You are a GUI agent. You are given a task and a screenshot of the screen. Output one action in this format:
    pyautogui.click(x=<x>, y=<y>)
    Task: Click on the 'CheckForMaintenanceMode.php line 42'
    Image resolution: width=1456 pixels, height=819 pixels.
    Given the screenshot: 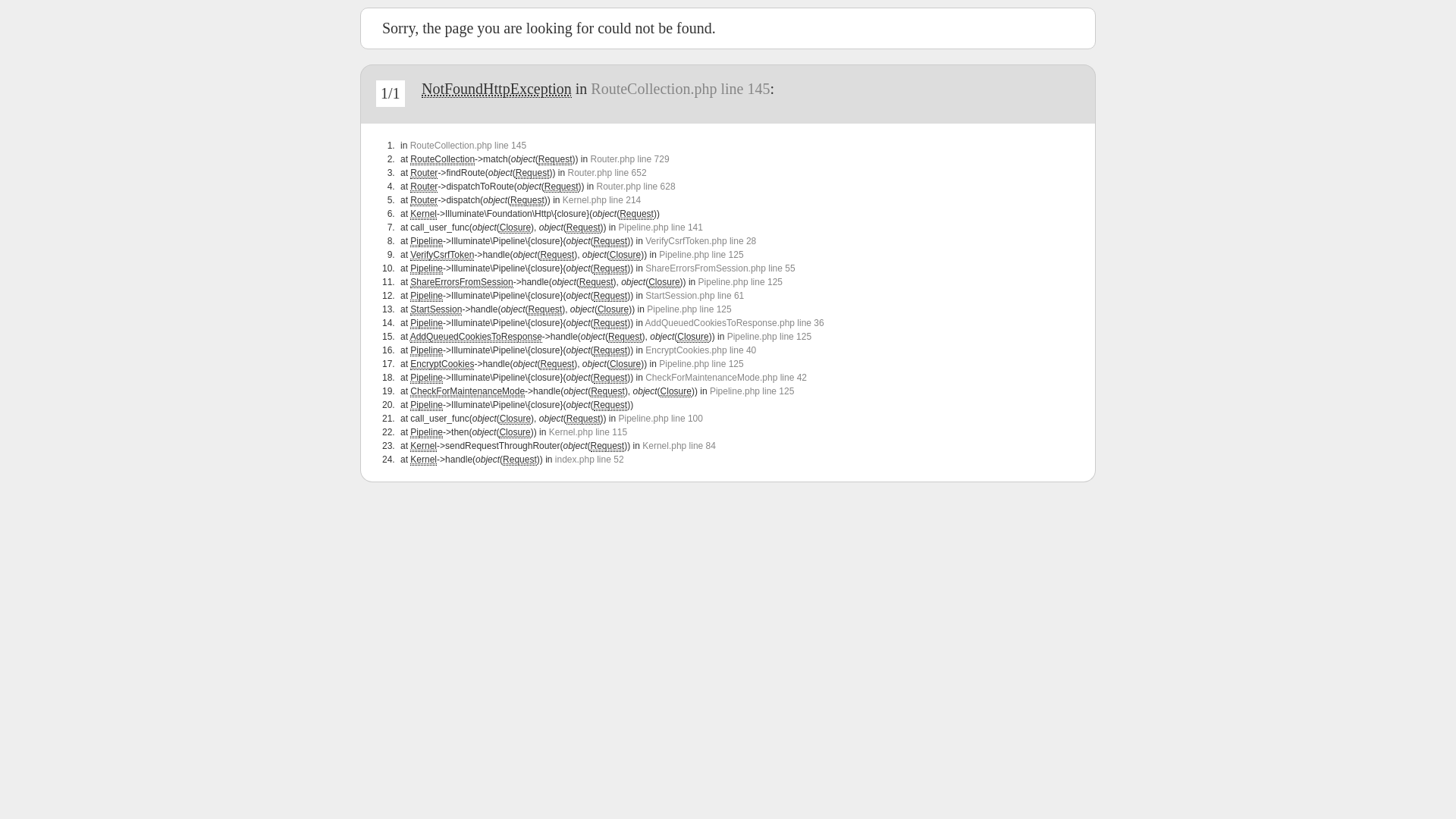 What is the action you would take?
    pyautogui.click(x=725, y=376)
    